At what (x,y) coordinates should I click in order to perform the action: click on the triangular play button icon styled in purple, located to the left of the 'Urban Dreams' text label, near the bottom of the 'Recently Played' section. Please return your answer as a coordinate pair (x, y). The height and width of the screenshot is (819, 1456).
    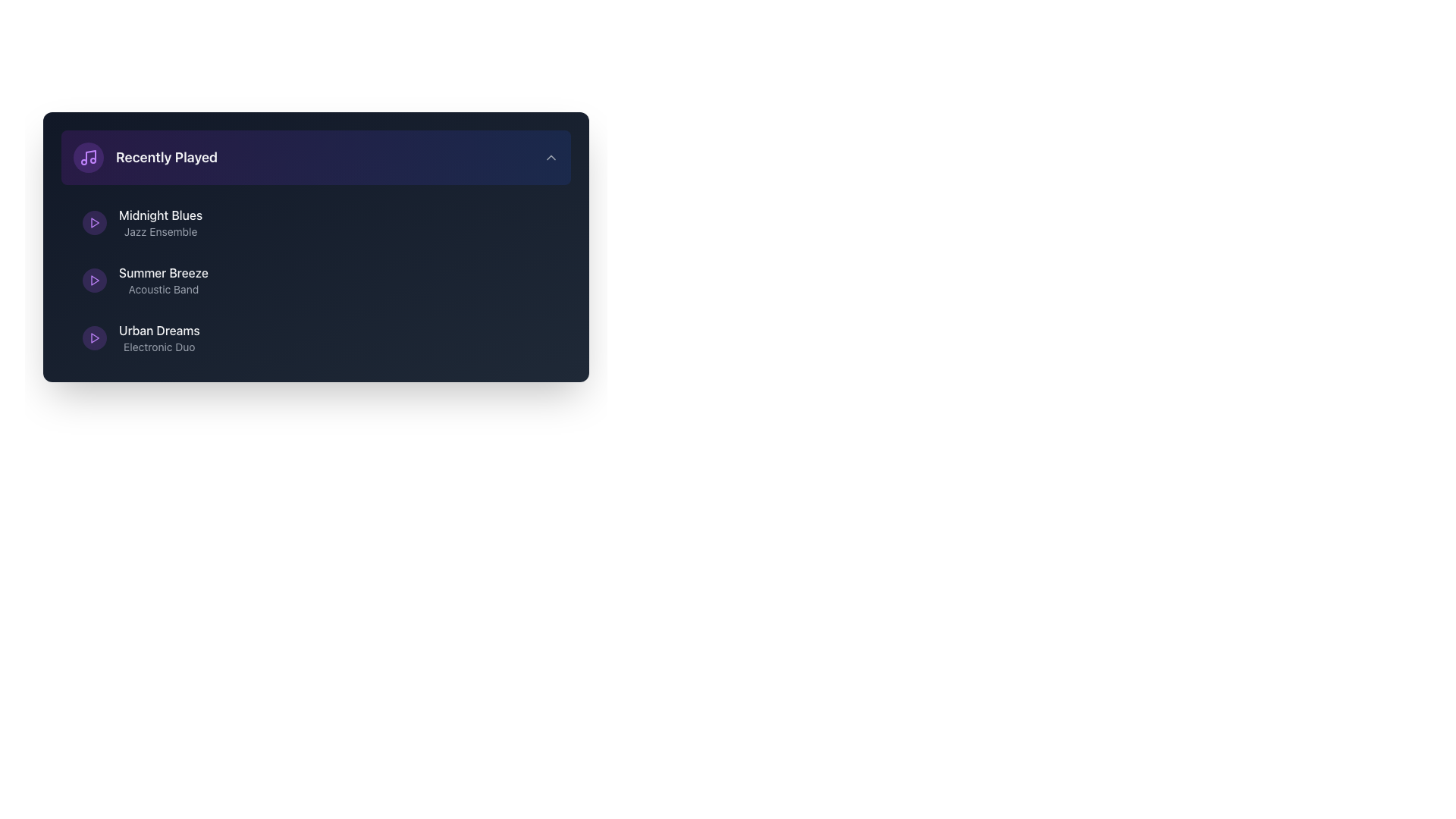
    Looking at the image, I should click on (93, 337).